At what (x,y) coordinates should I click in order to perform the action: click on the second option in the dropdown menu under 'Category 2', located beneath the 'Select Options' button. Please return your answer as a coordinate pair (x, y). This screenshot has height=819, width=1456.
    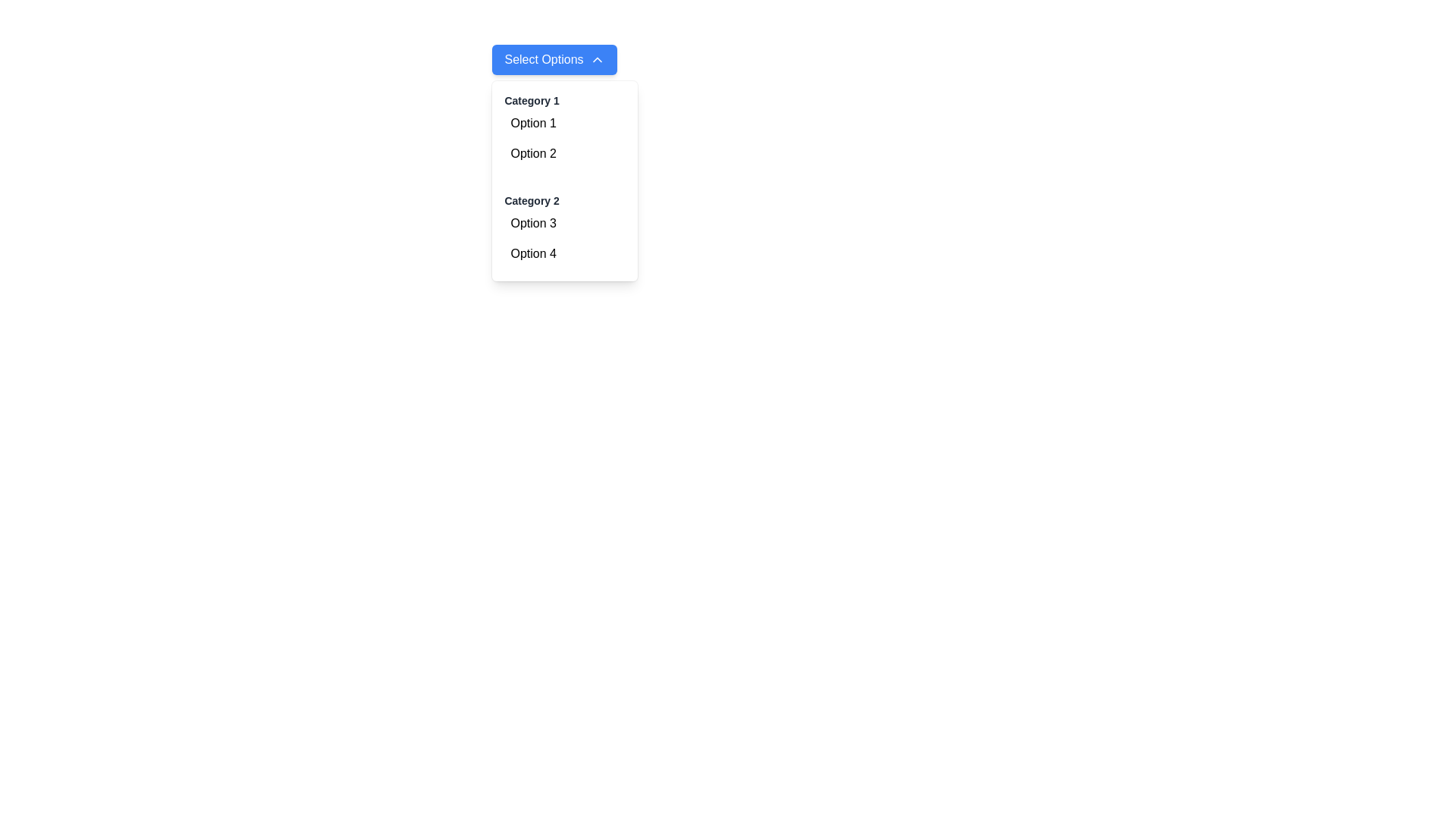
    Looking at the image, I should click on (564, 253).